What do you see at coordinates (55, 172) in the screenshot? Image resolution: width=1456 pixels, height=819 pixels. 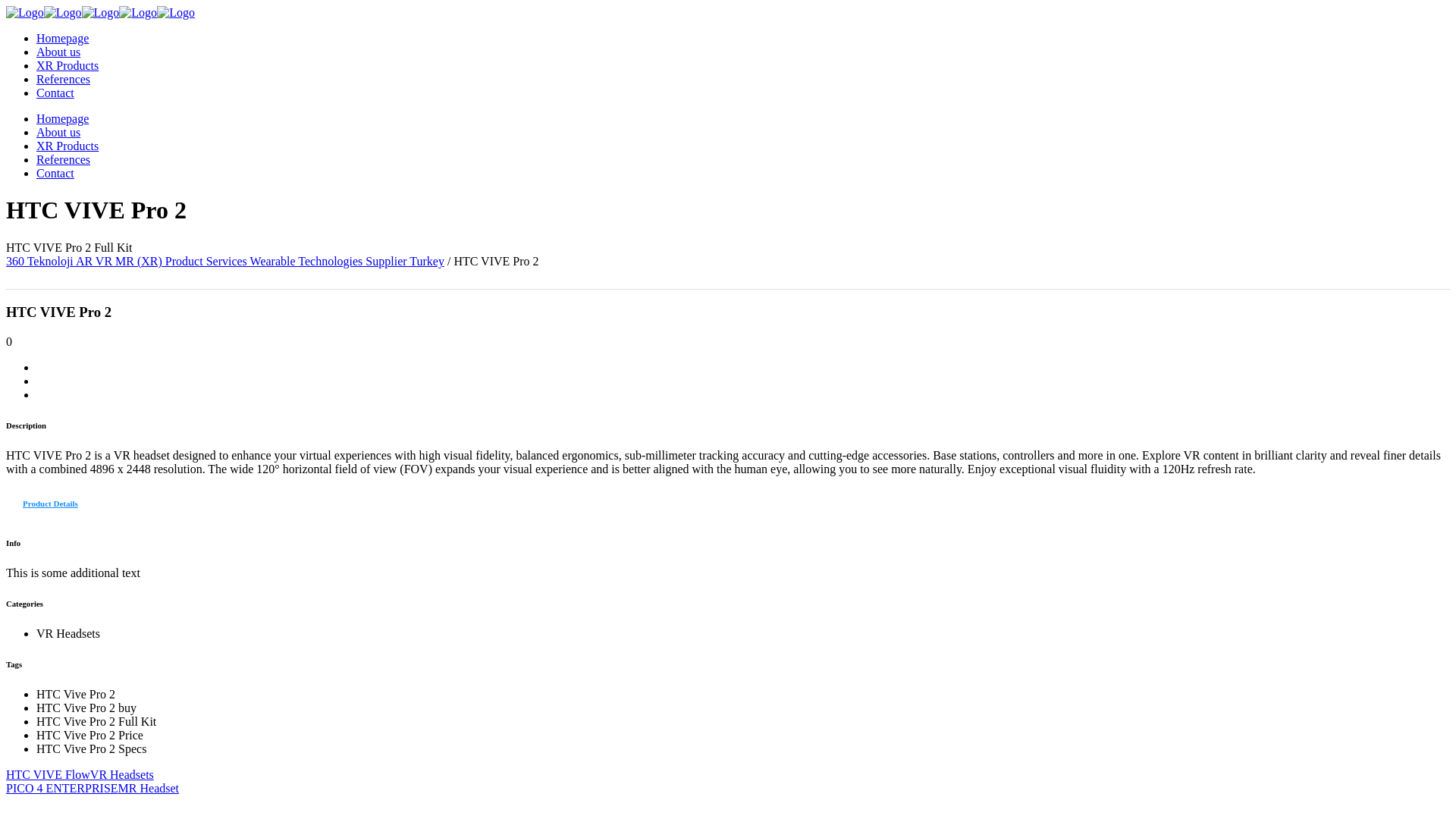 I see `'Contact'` at bounding box center [55, 172].